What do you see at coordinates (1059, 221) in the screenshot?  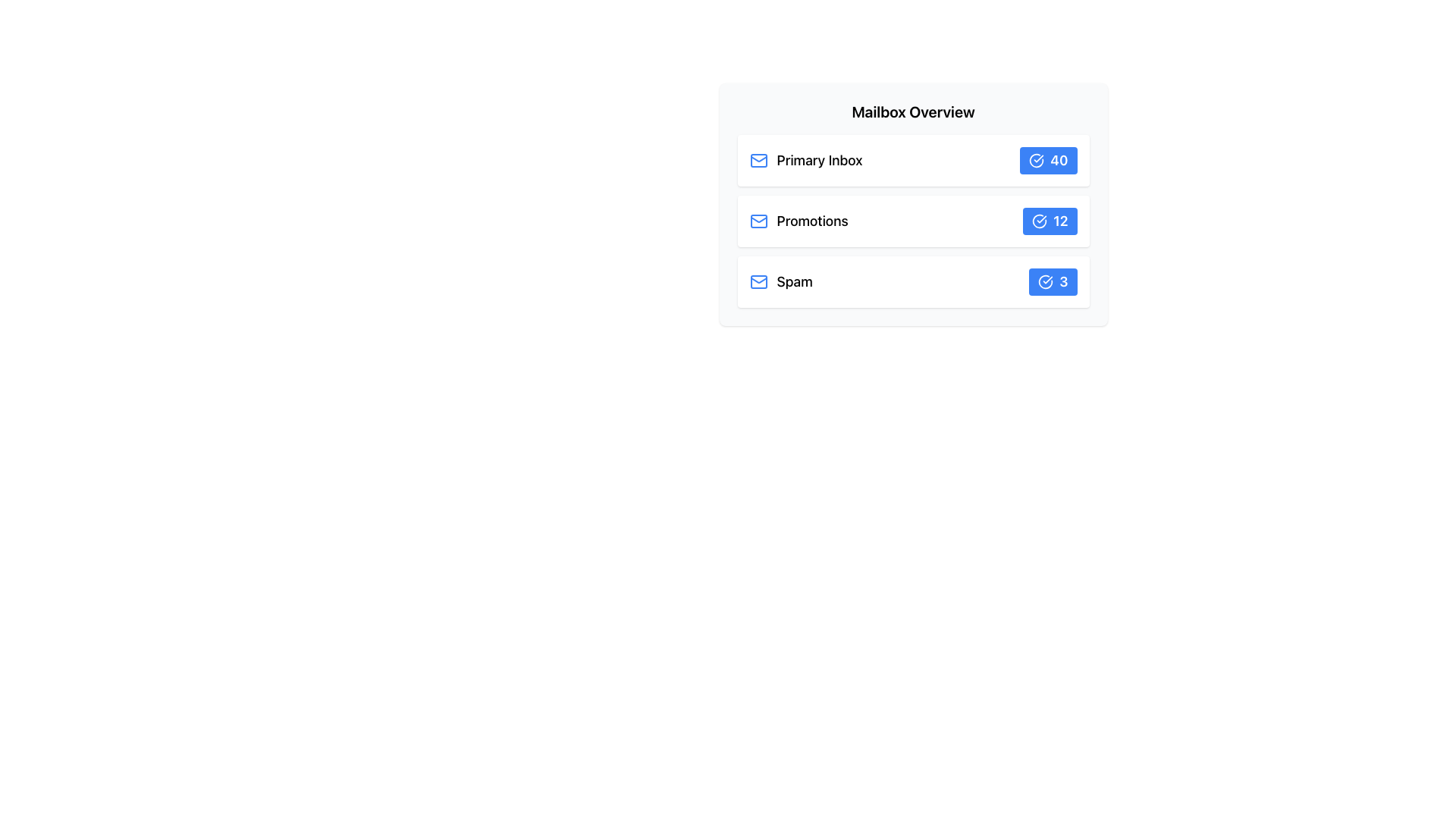 I see `the numeric text element (12) in the lower-right corner of the blue button in the 'Promotions' section of the 'Mailbox Overview'` at bounding box center [1059, 221].